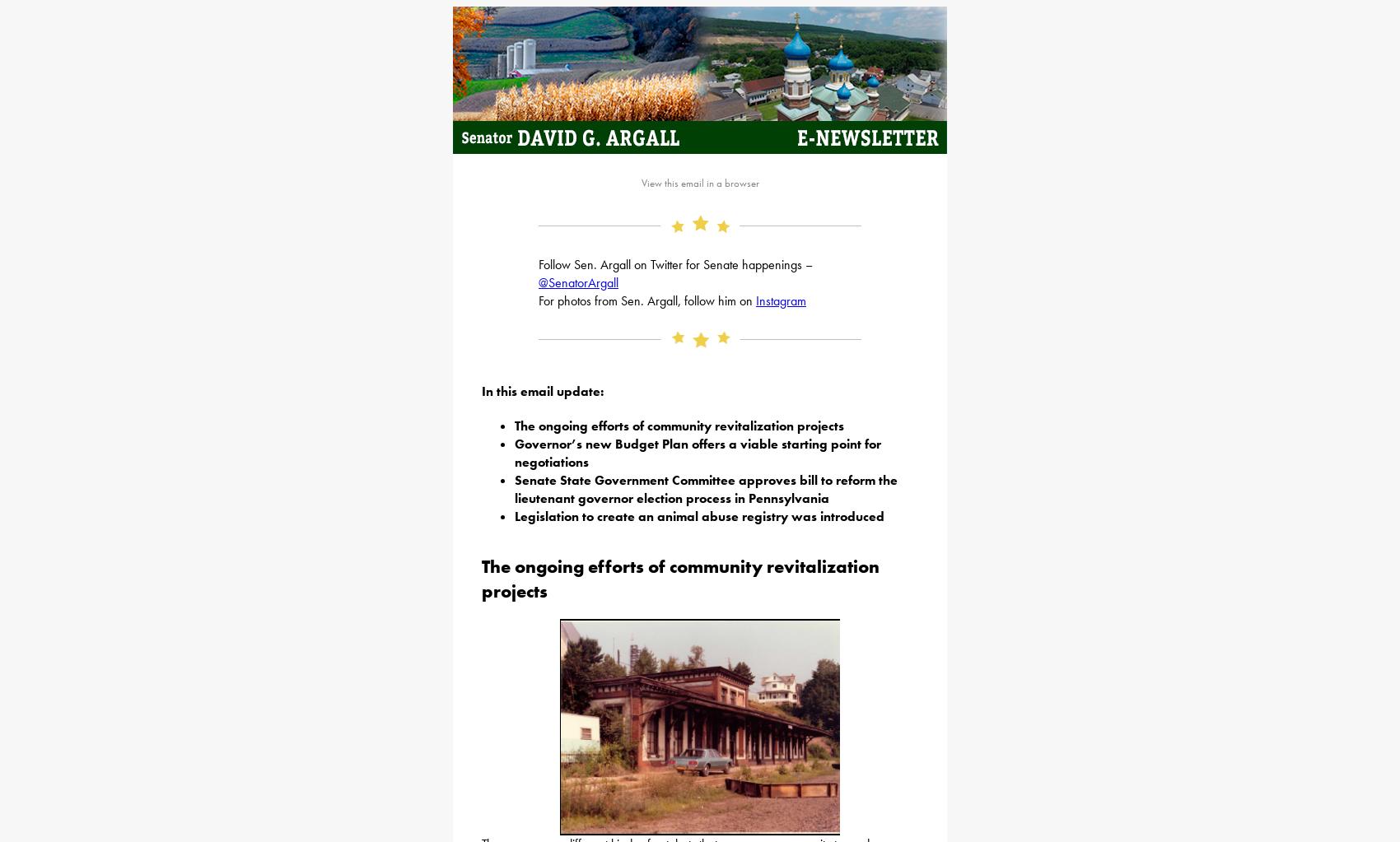 This screenshot has height=842, width=1400. I want to click on 'Legislation to create an animal abuse registry was introduced', so click(698, 514).